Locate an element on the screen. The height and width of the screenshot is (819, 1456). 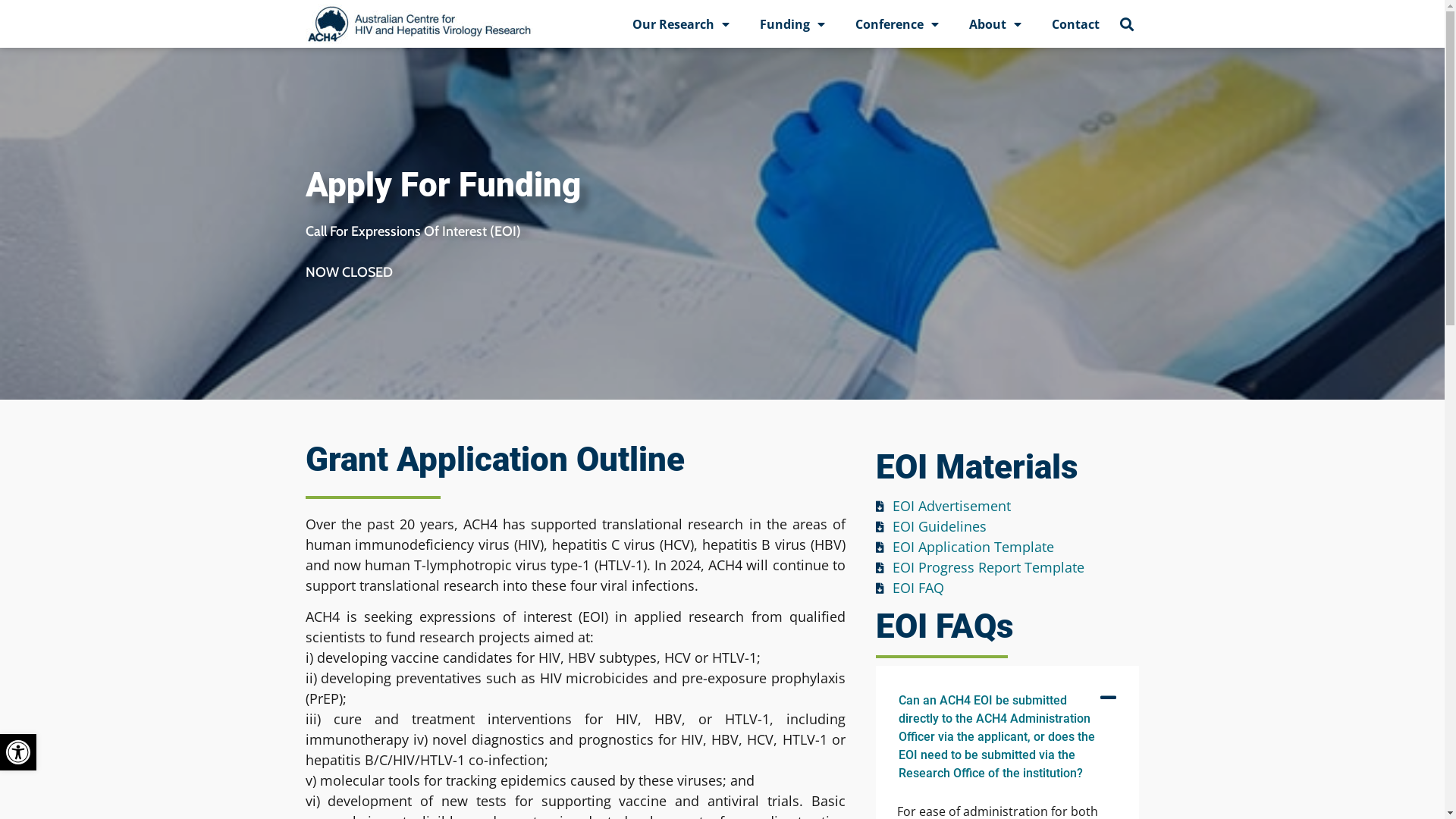
'About' is located at coordinates (995, 24).